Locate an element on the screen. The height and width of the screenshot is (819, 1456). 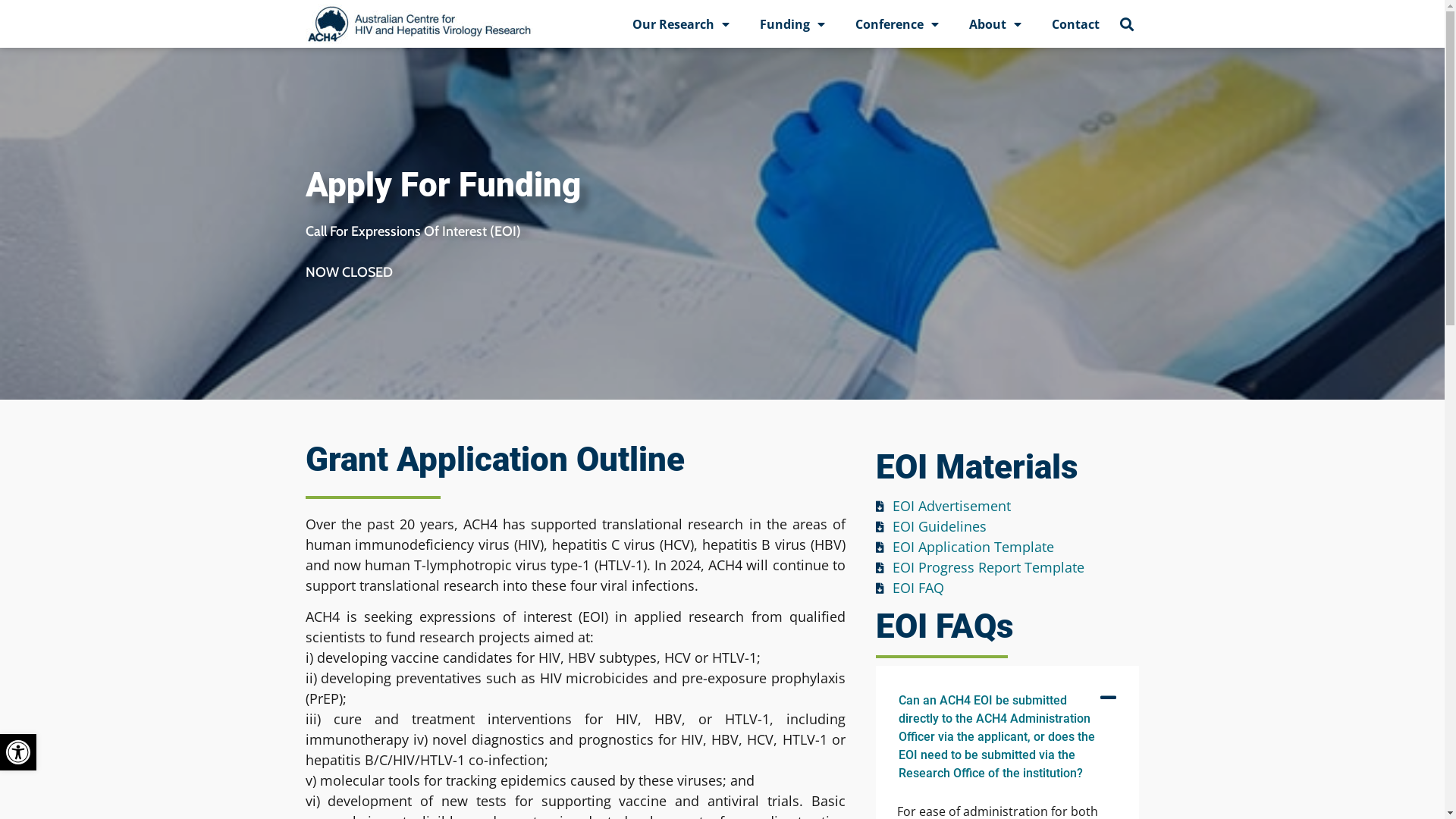
'About' is located at coordinates (995, 24).